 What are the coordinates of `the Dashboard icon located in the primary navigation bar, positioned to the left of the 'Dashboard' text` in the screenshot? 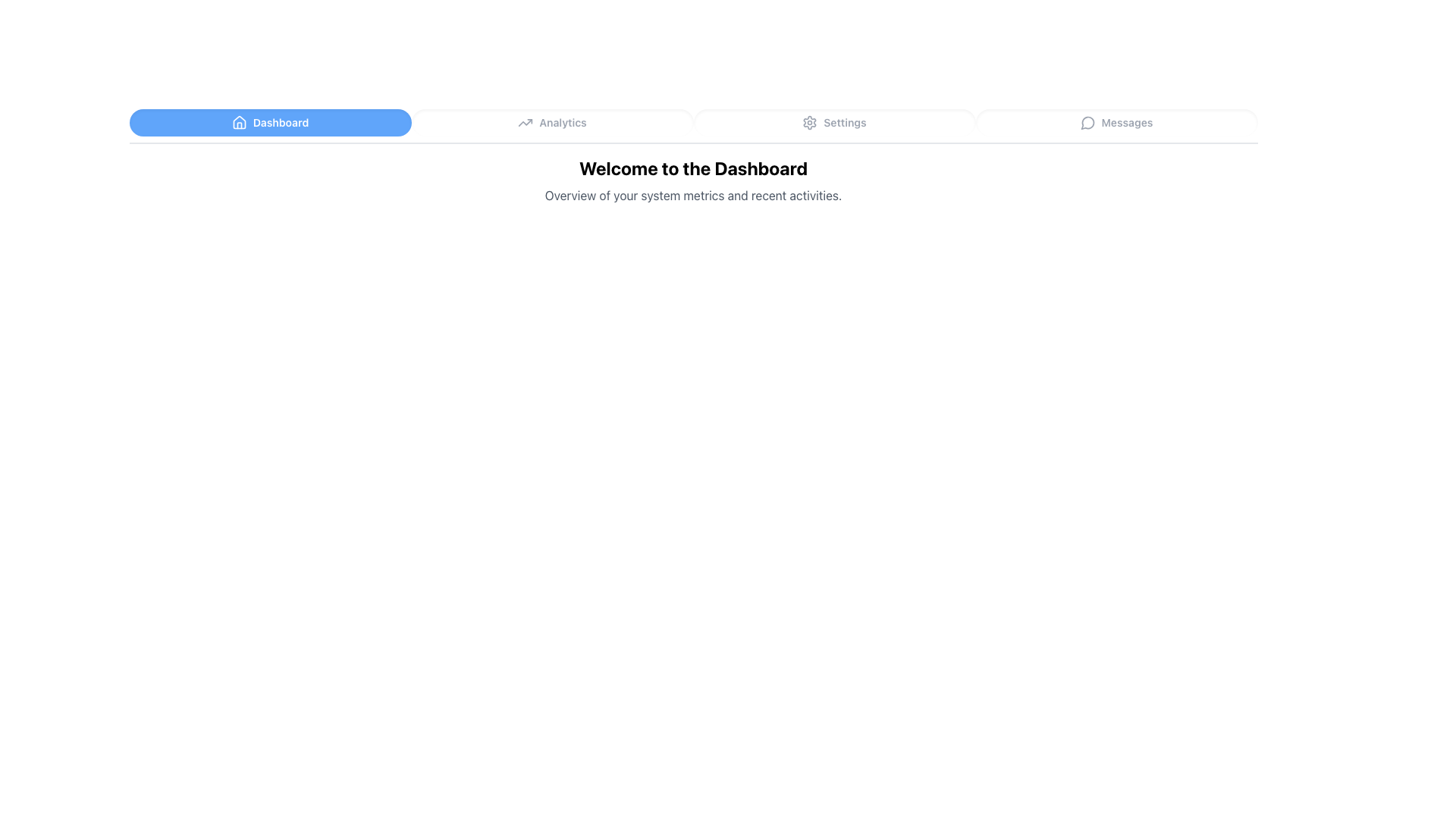 It's located at (238, 122).